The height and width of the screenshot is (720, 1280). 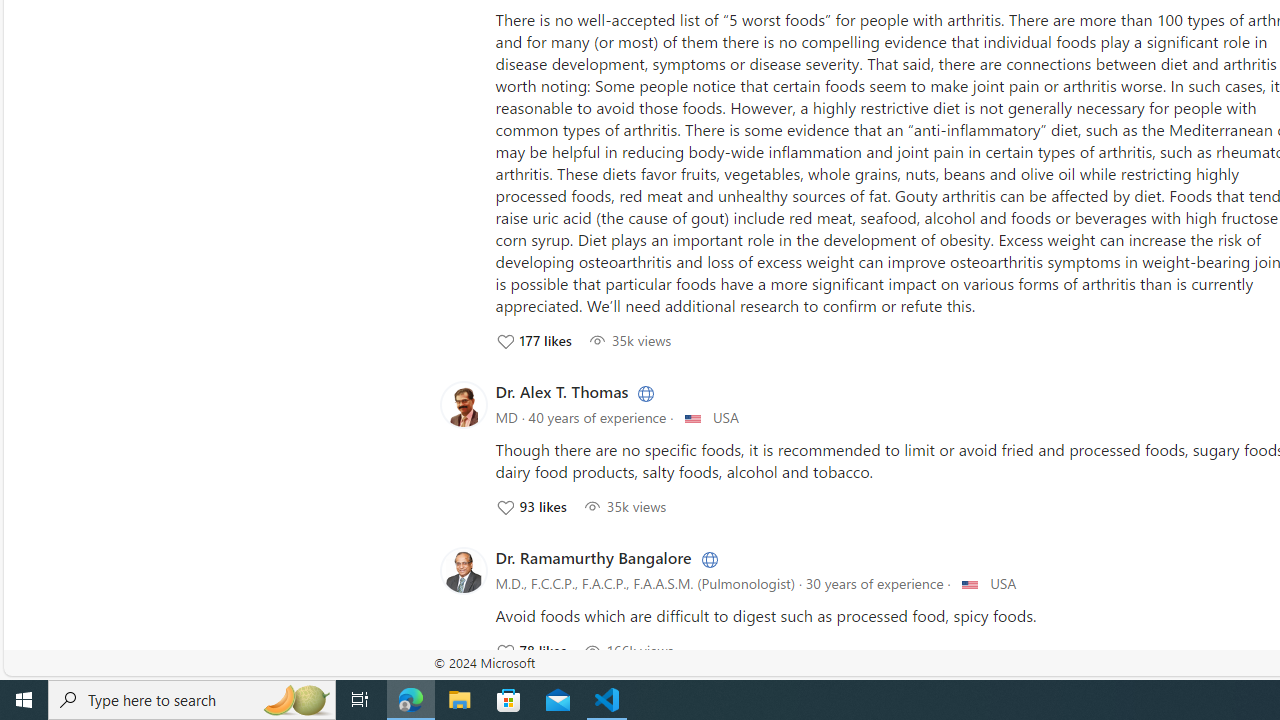 I want to click on 'Flag image of USA', so click(x=970, y=584).